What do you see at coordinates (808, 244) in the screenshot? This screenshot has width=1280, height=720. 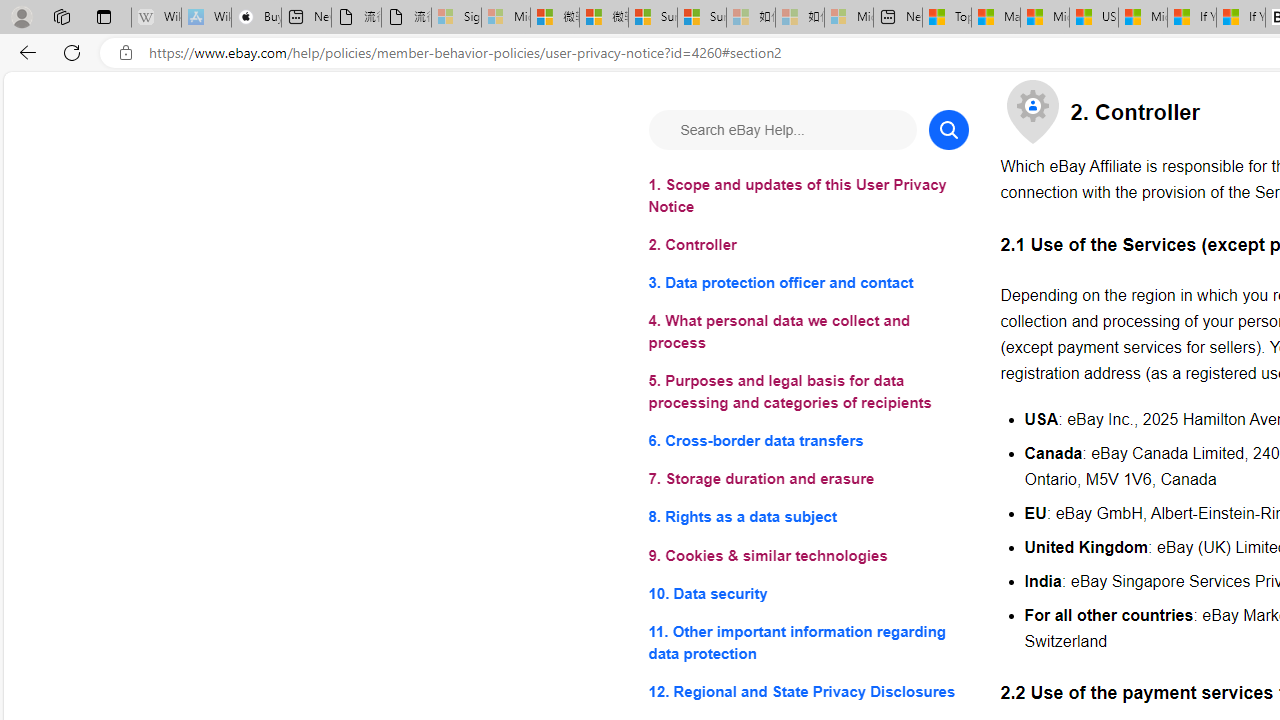 I see `'2. Controller'` at bounding box center [808, 244].